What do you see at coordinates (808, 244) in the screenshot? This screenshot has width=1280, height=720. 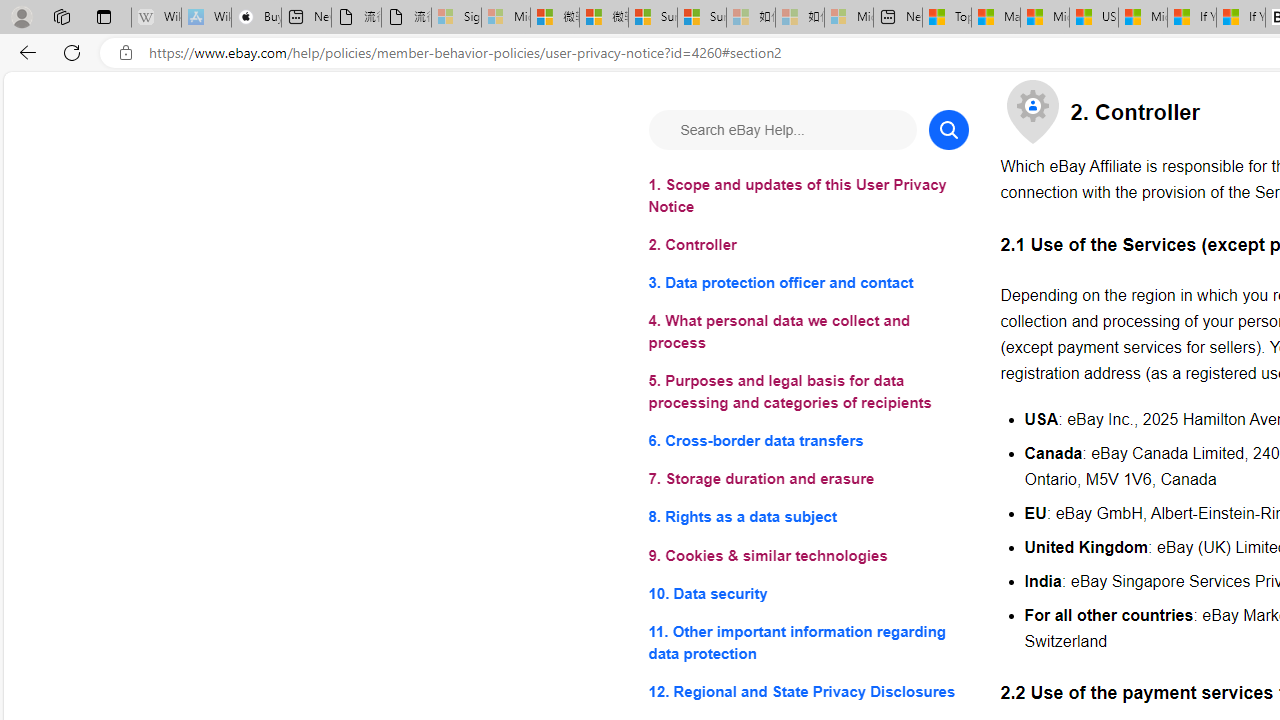 I see `'2. Controller'` at bounding box center [808, 244].